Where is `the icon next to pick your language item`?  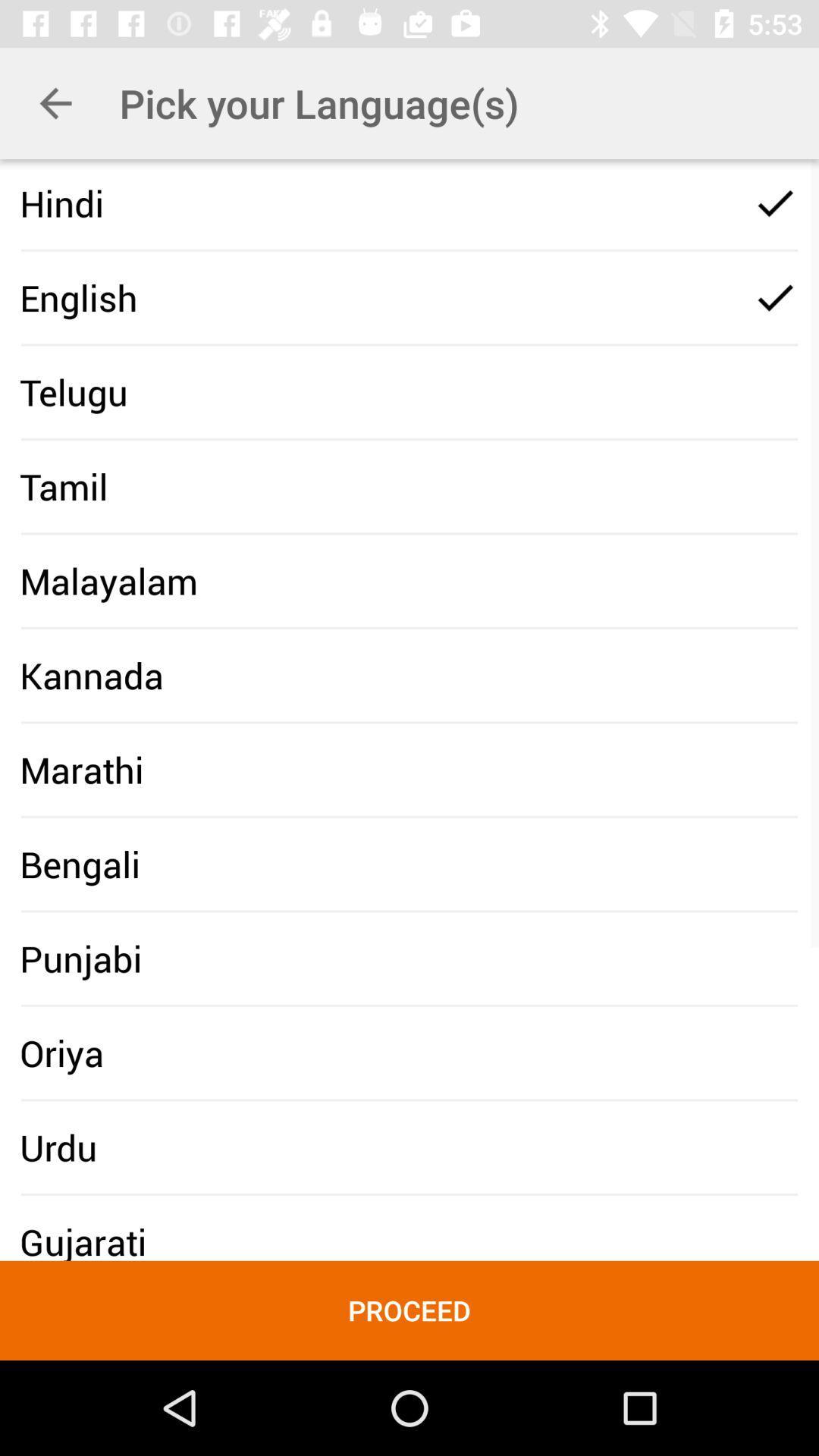
the icon next to pick your language item is located at coordinates (55, 102).